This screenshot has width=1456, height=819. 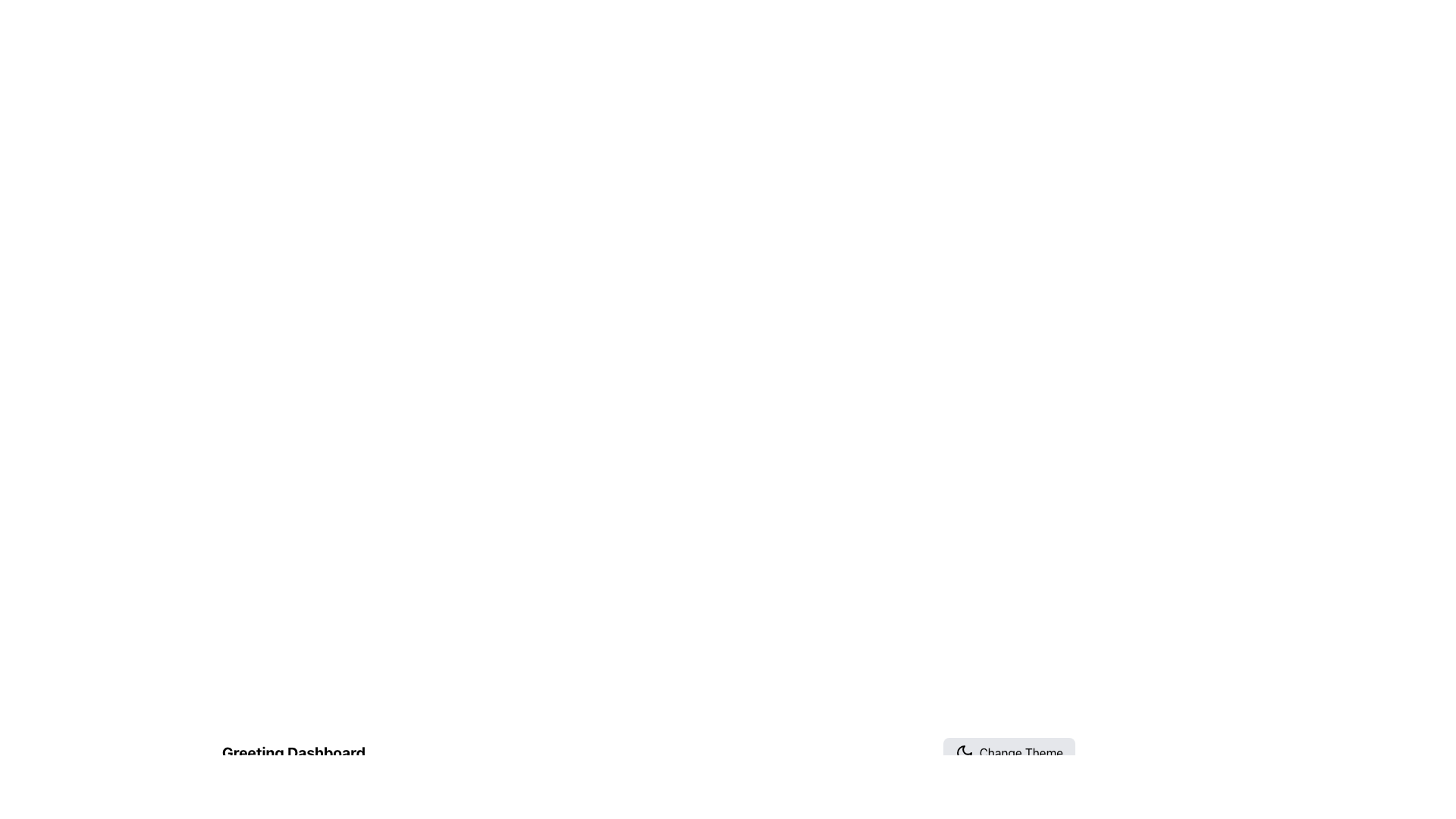 What do you see at coordinates (963, 752) in the screenshot?
I see `the 'moon' icon associated with the 'Change Theme' button` at bounding box center [963, 752].